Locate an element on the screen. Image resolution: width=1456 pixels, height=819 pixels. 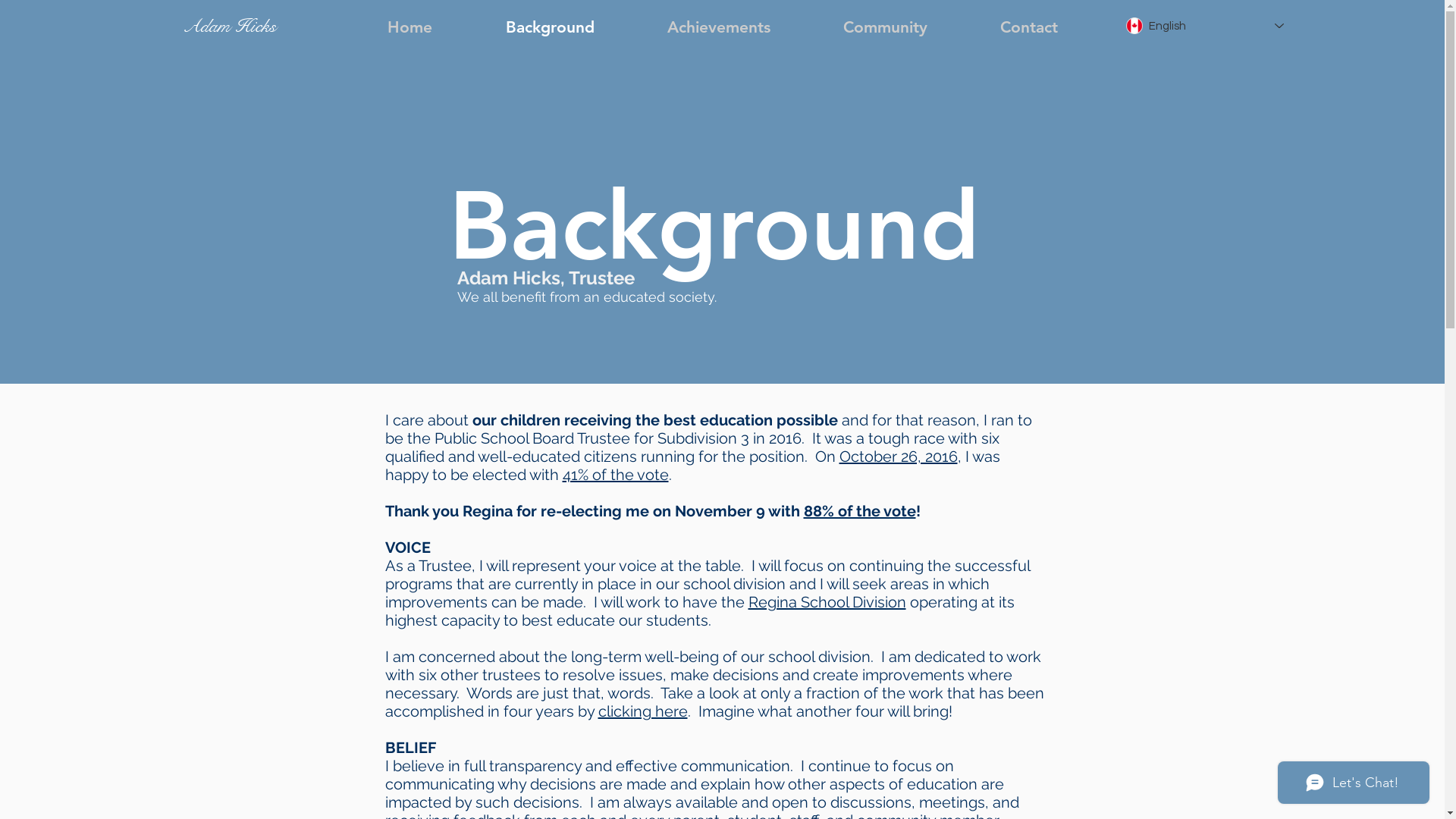
'Achievements' is located at coordinates (718, 27).